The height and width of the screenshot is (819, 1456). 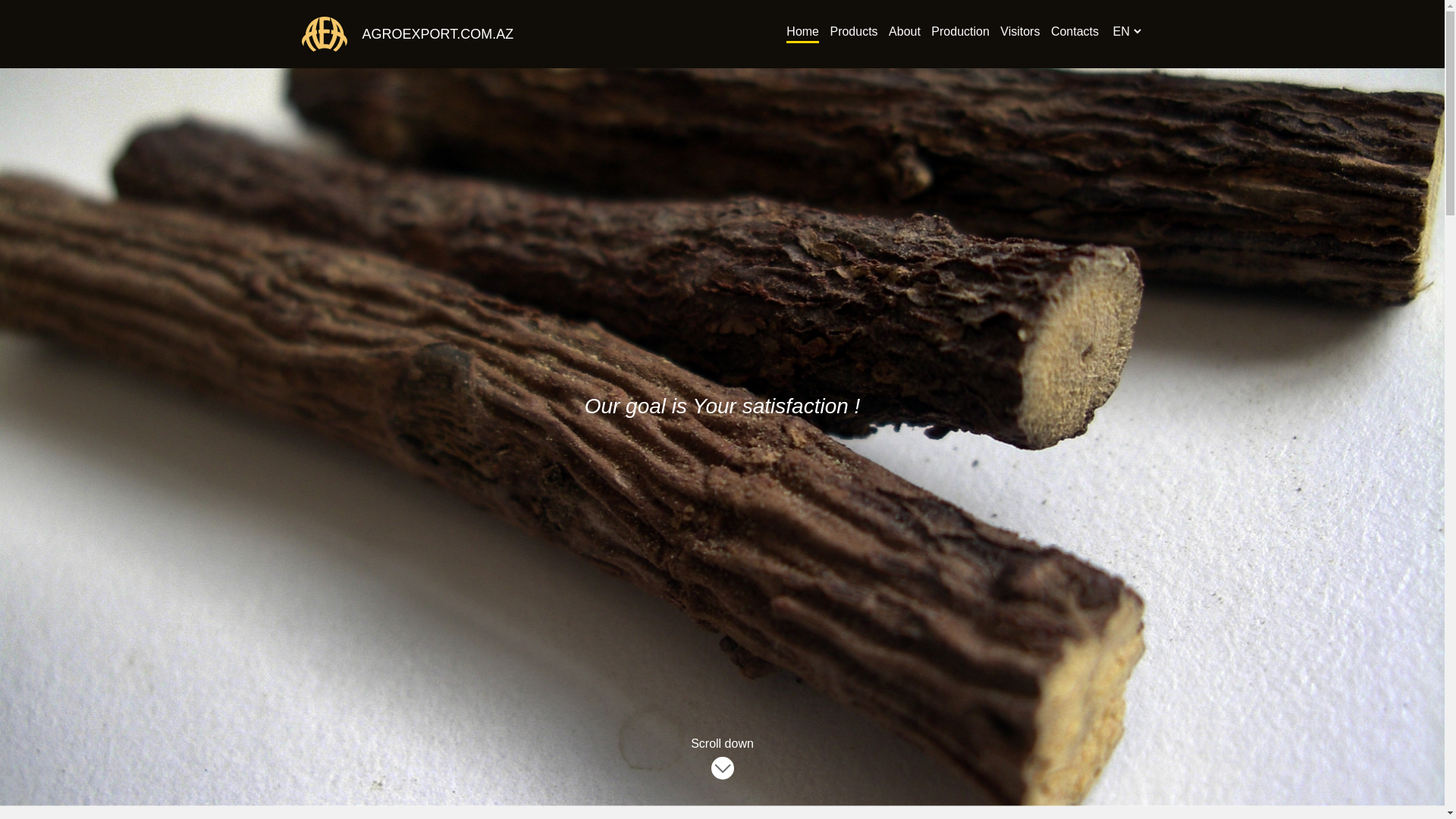 I want to click on 'Products', so click(x=853, y=33).